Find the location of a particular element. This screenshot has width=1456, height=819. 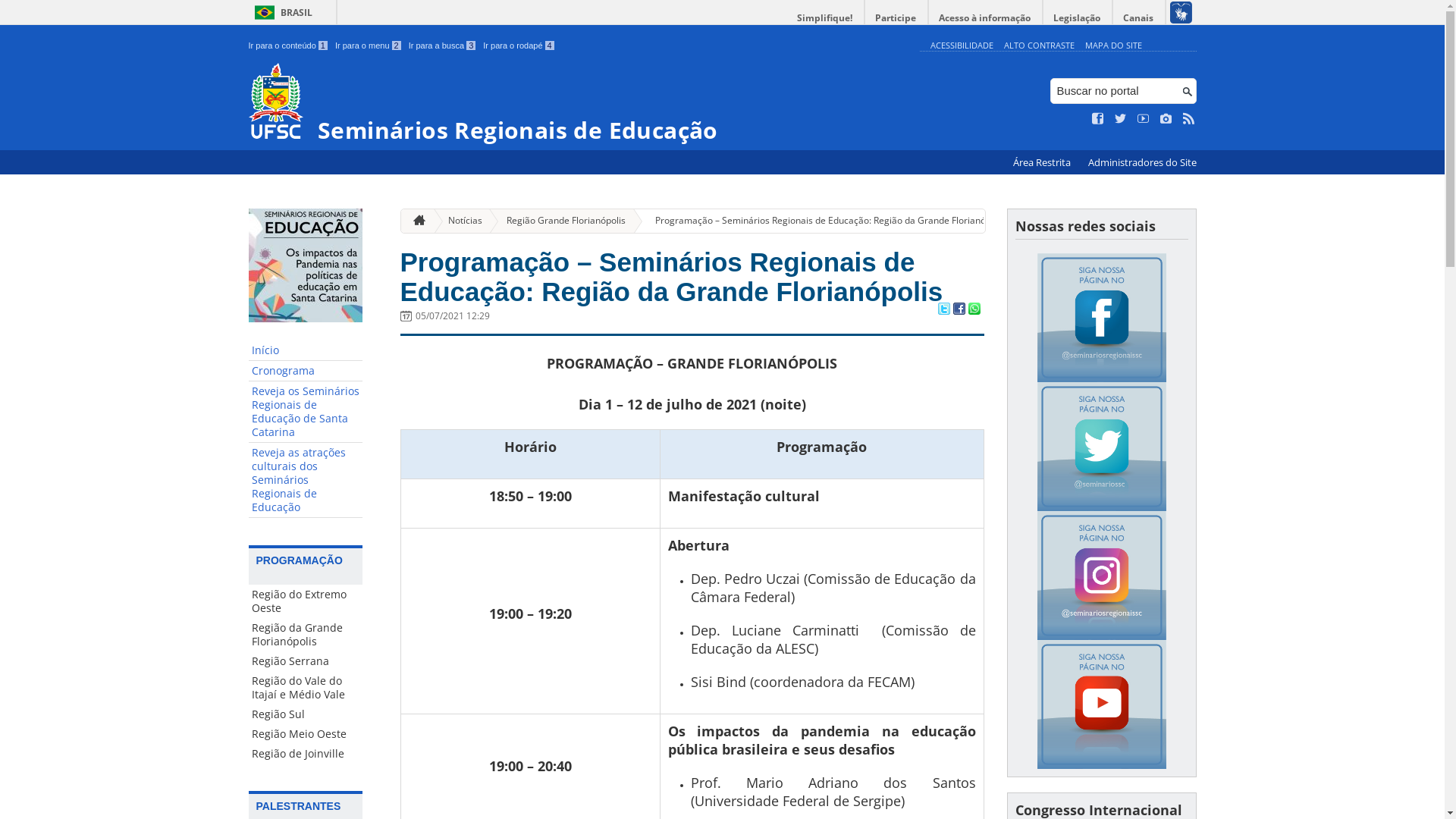

'Ir para o menu 2' is located at coordinates (368, 45).